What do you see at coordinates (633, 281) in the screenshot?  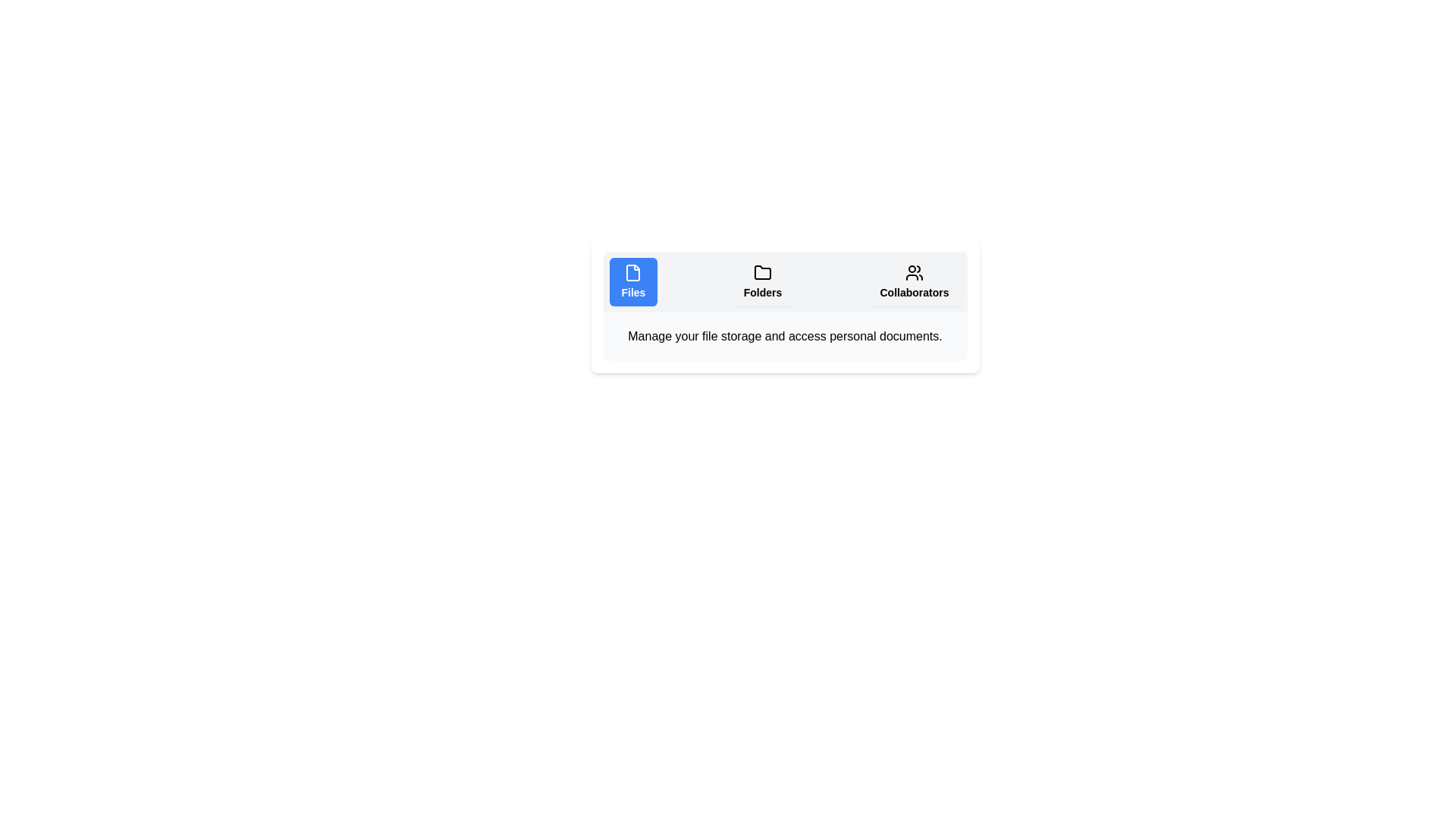 I see `the Files tab to display its content description` at bounding box center [633, 281].